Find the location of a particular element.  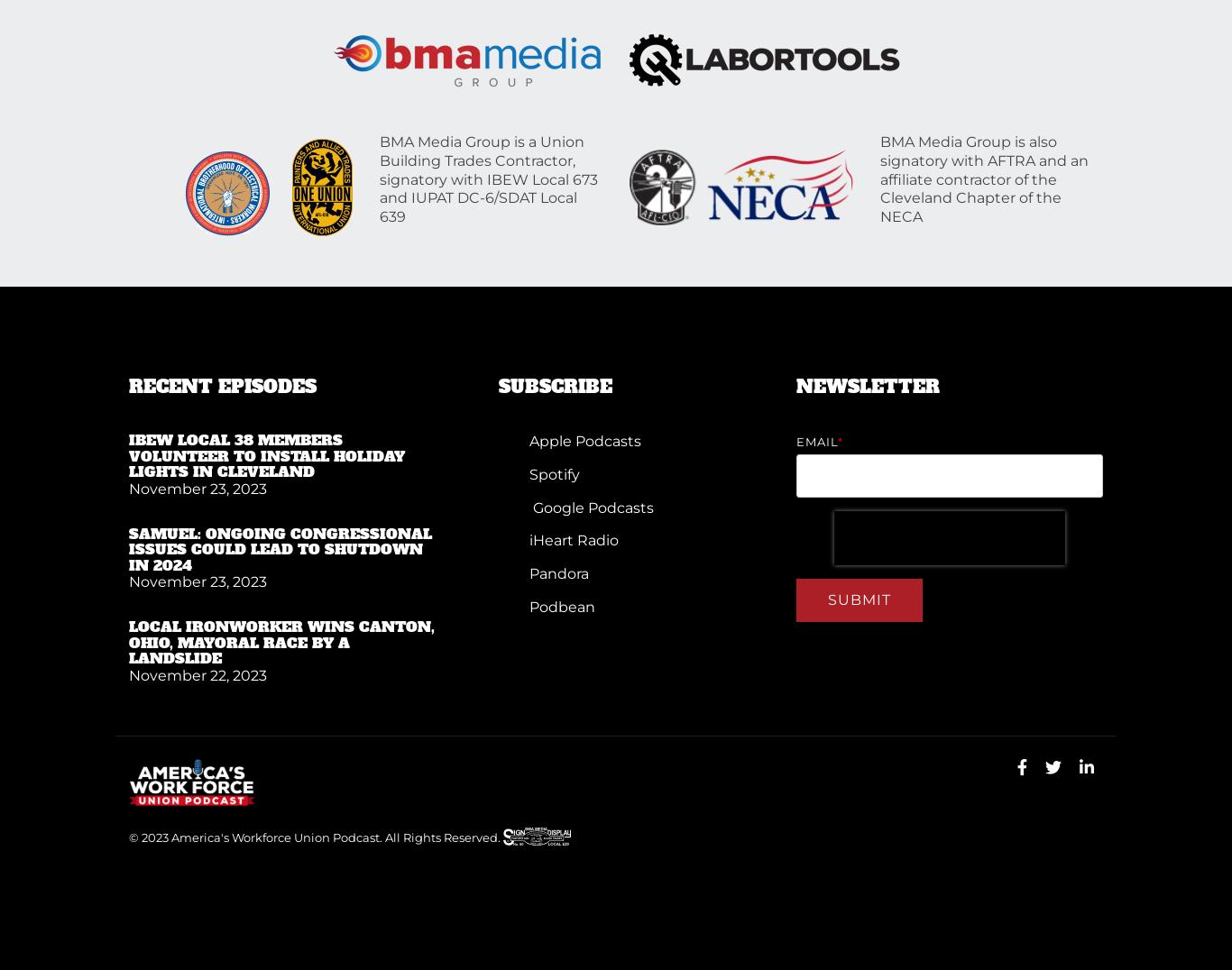

'© 2023 America's Workforce Union Podcast. All Rights Reserved.' is located at coordinates (128, 836).